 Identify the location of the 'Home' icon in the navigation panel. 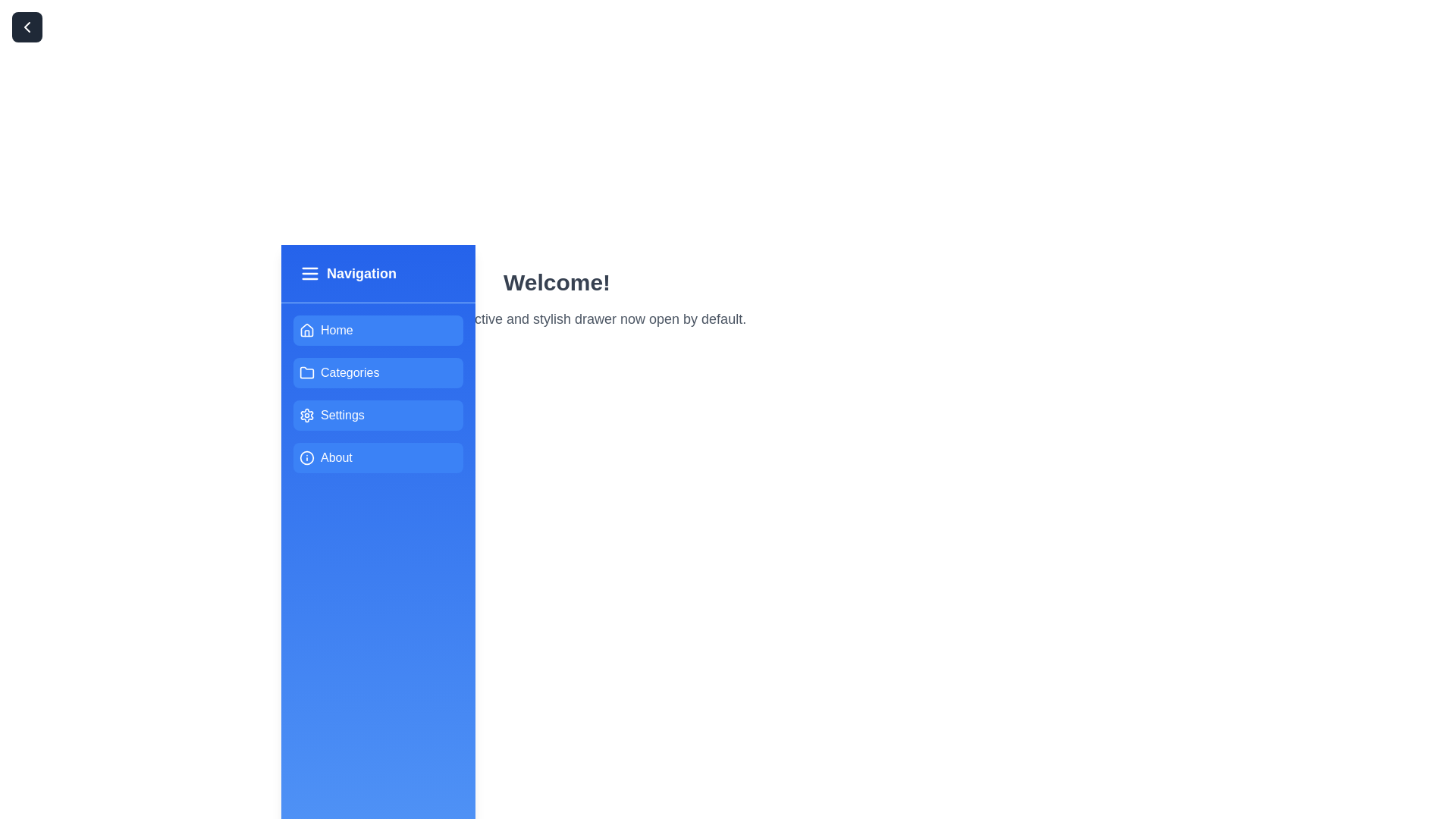
(306, 329).